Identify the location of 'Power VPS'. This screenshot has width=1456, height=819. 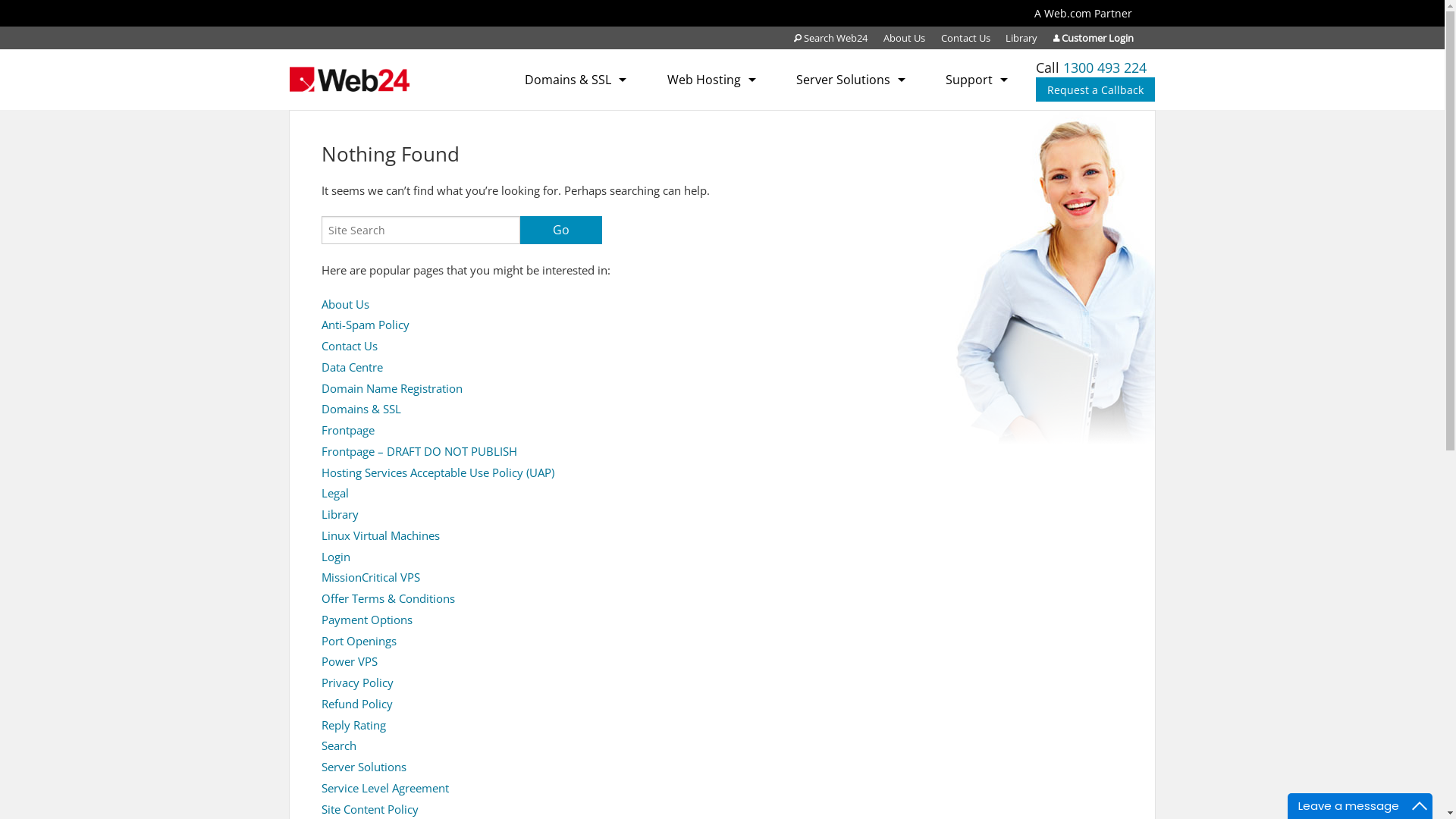
(320, 661).